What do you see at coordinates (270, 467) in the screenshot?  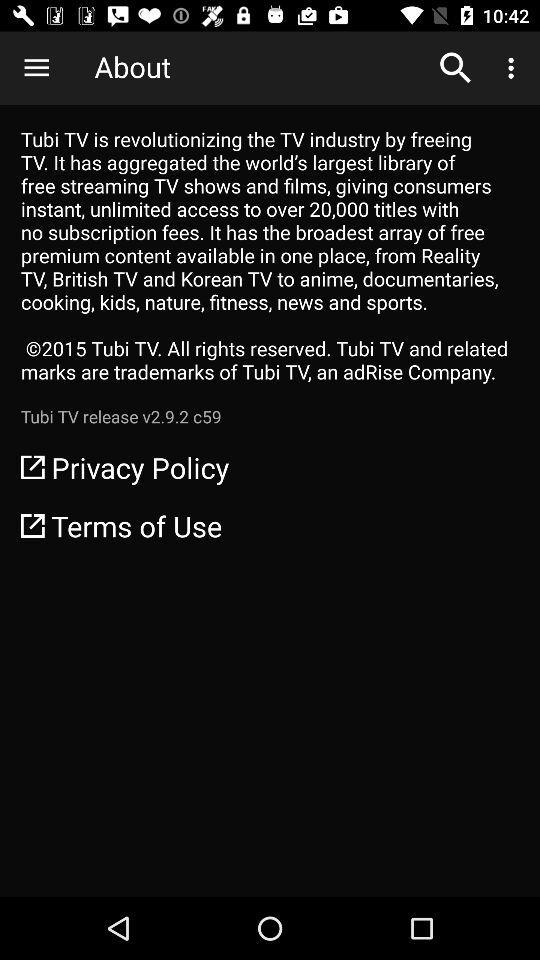 I see `the icon above the terms of use icon` at bounding box center [270, 467].